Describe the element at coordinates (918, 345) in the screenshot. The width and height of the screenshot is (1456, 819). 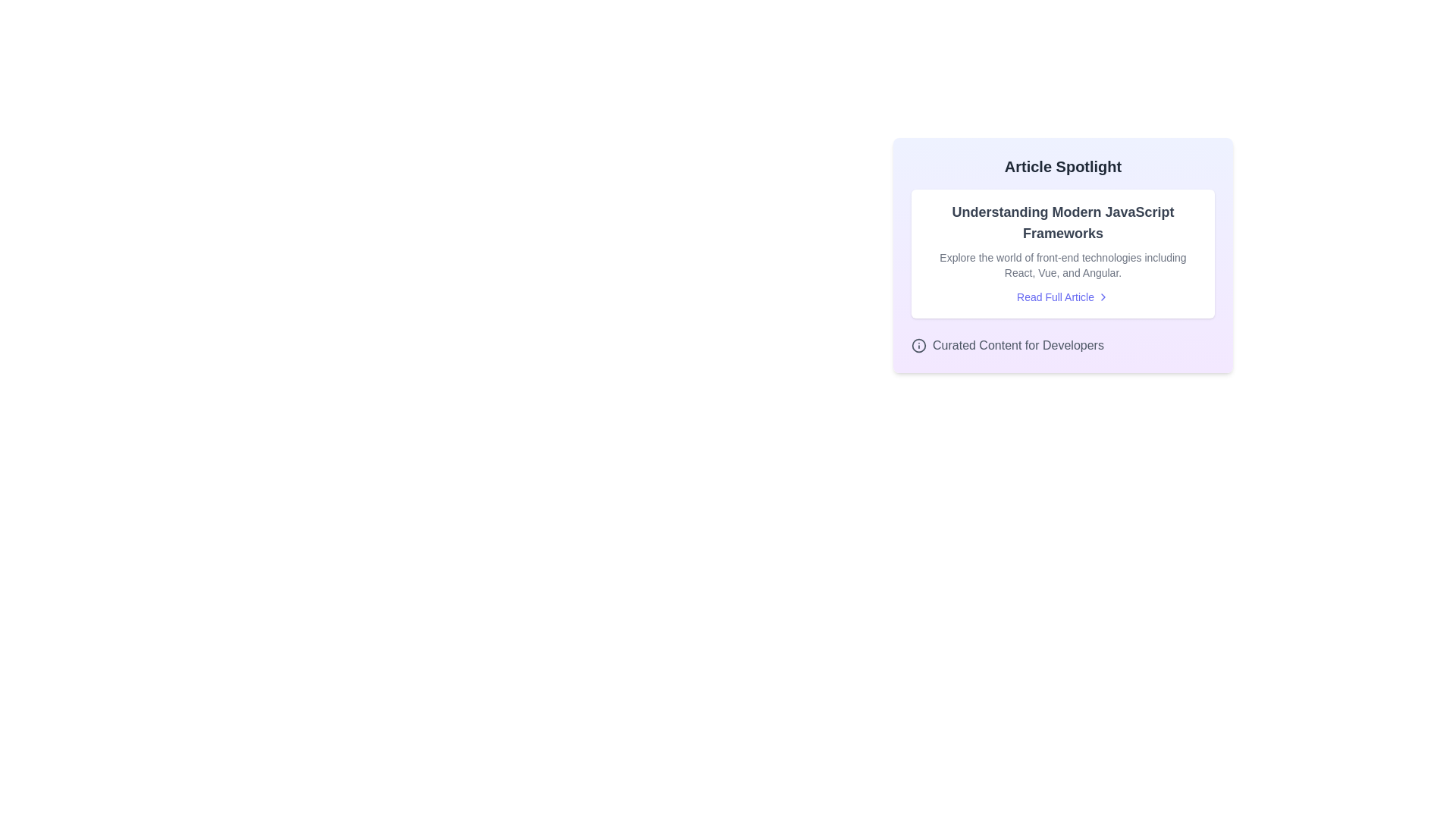
I see `the first circular element of the SVG icon representing an 'info' symbol, which serves as the outer circle or boundary` at that location.